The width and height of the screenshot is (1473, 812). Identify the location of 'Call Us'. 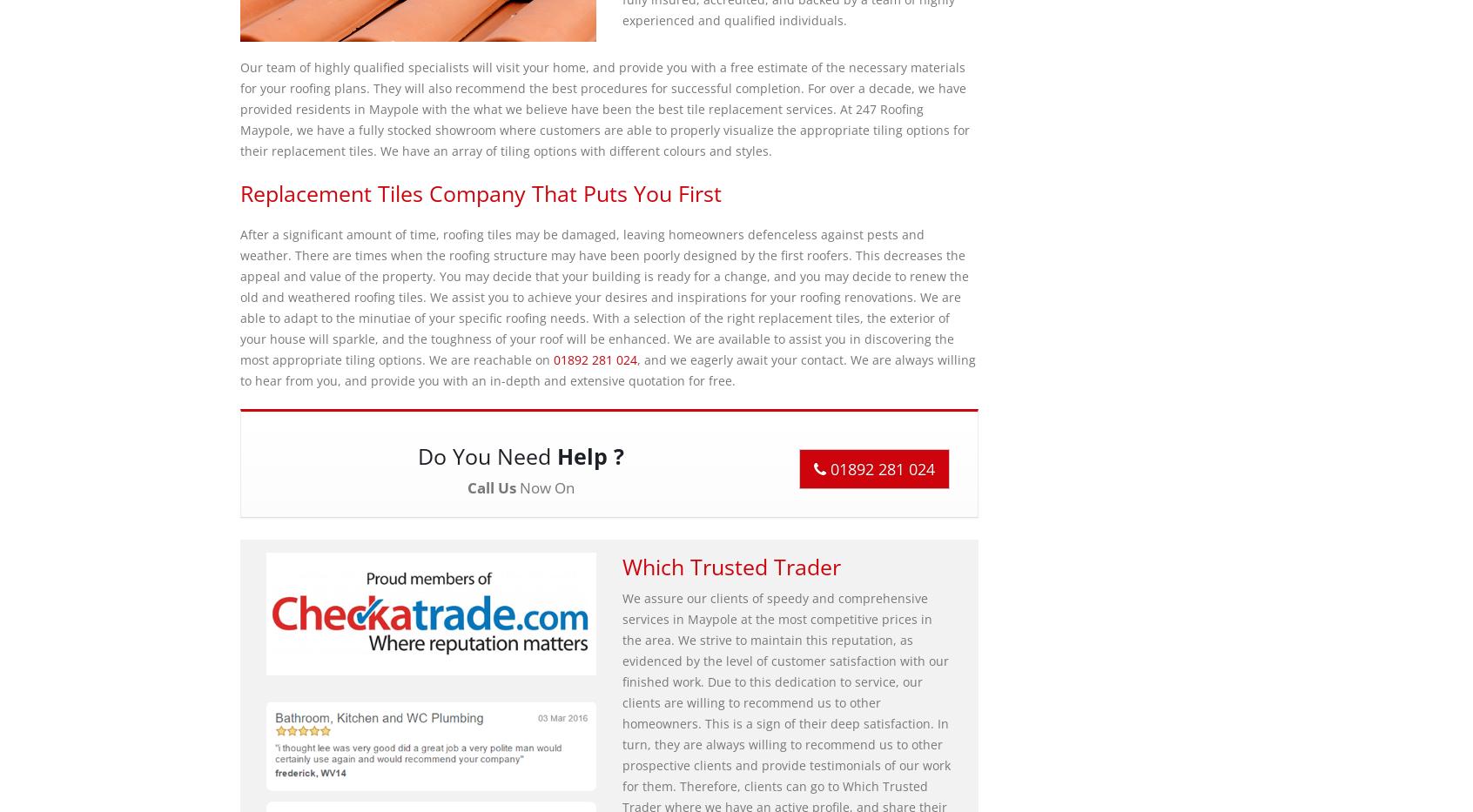
(490, 487).